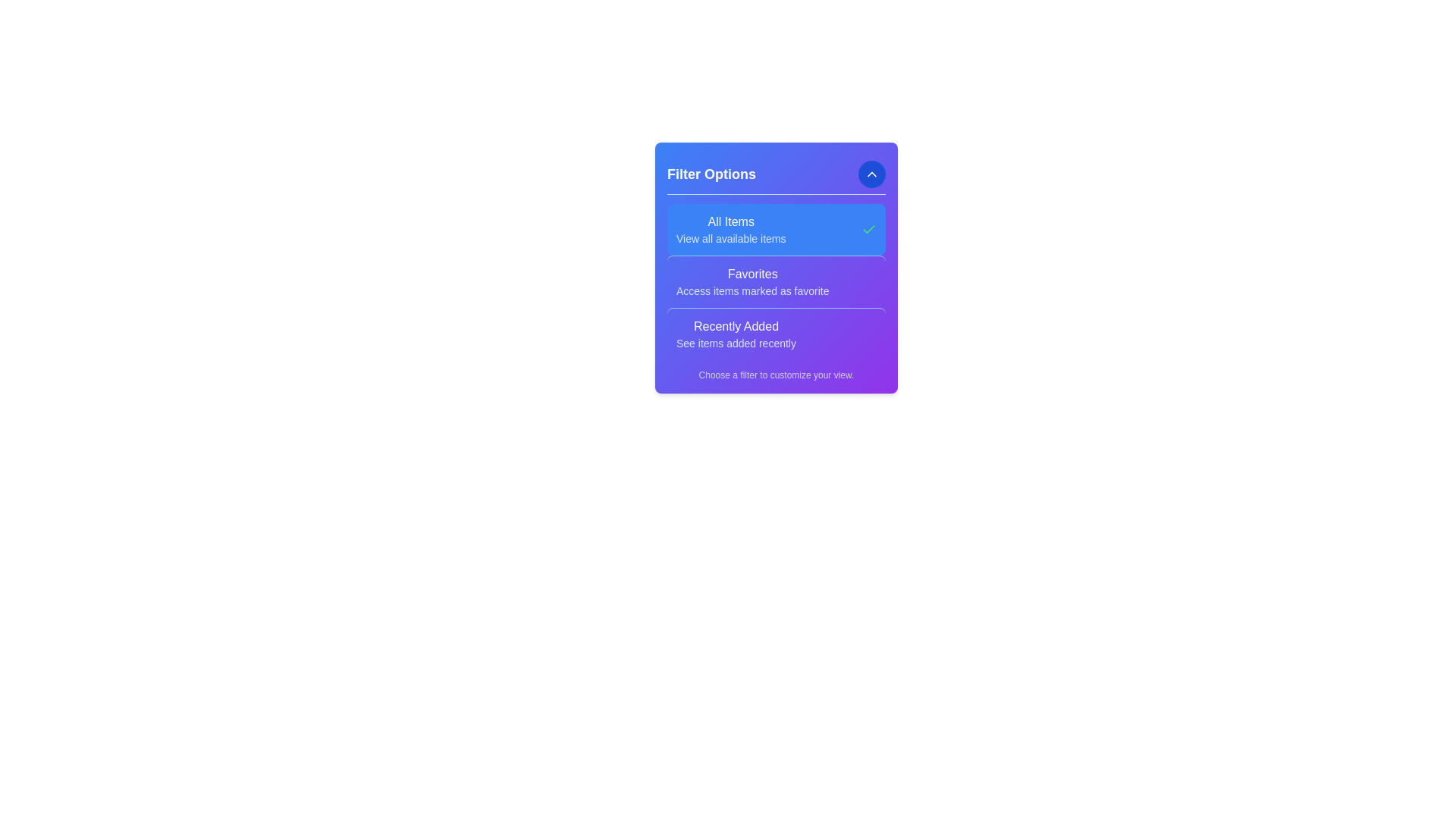 The image size is (1456, 819). I want to click on the toggle button to change the visibility of the menu, so click(872, 174).